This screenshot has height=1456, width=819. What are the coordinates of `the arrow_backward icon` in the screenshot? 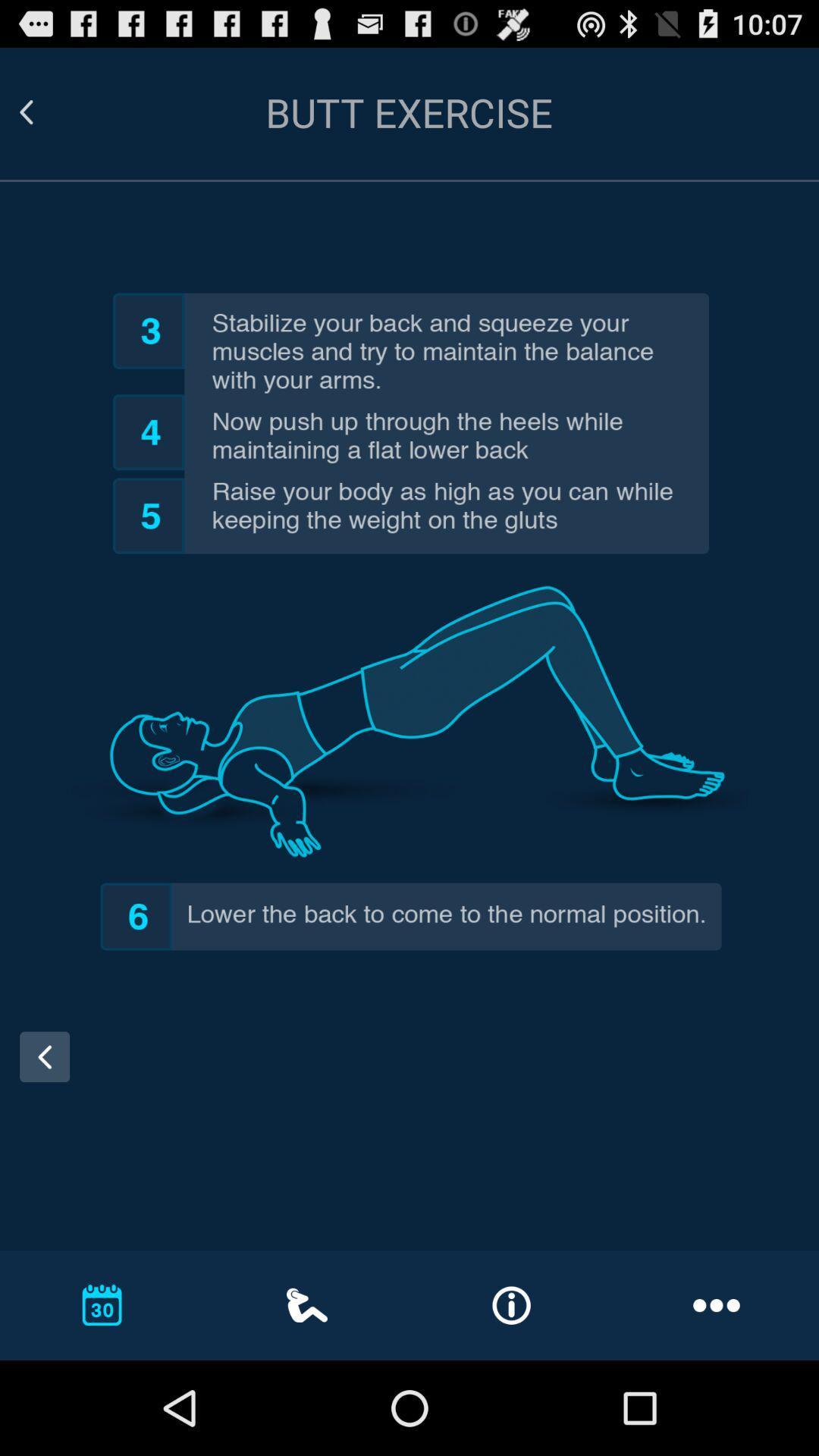 It's located at (39, 1147).